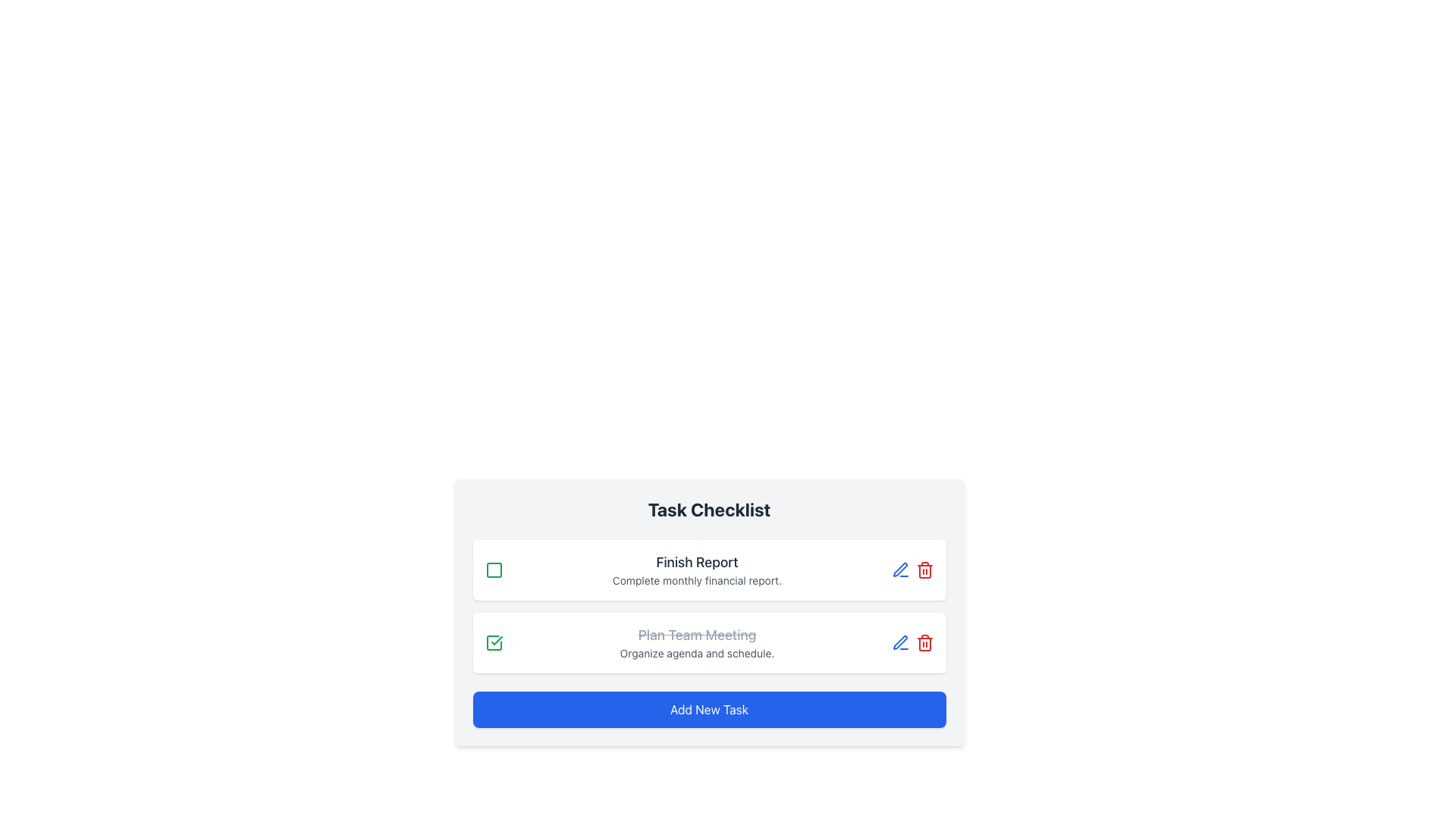 This screenshot has height=819, width=1456. I want to click on the second Task display card in the 'Task Checklist' section, which contains a green checkmark icon and the text 'Plan Team Meeting' with a line-through, so click(708, 643).